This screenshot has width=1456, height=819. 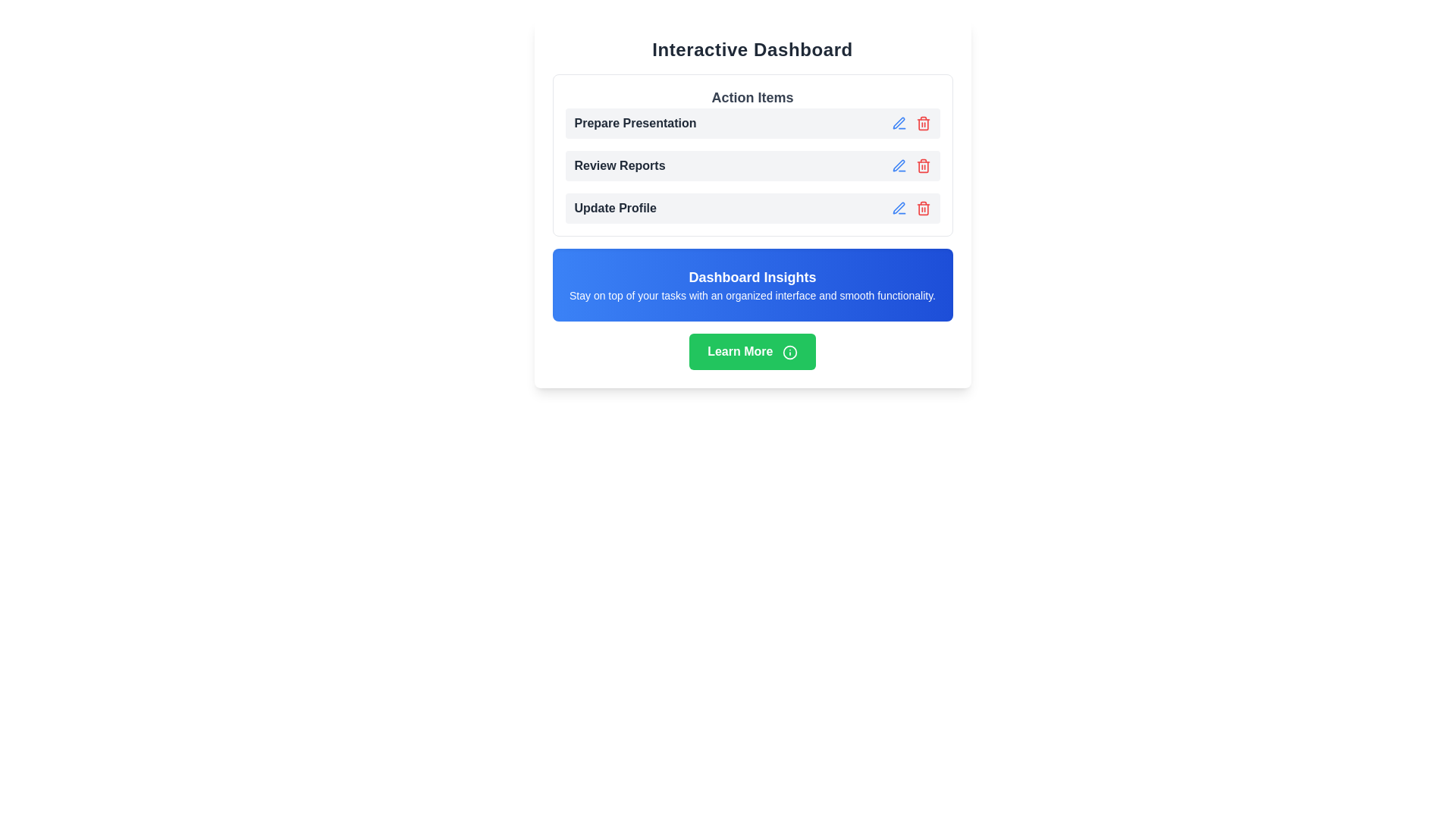 What do you see at coordinates (620, 166) in the screenshot?
I see `the second text label` at bounding box center [620, 166].